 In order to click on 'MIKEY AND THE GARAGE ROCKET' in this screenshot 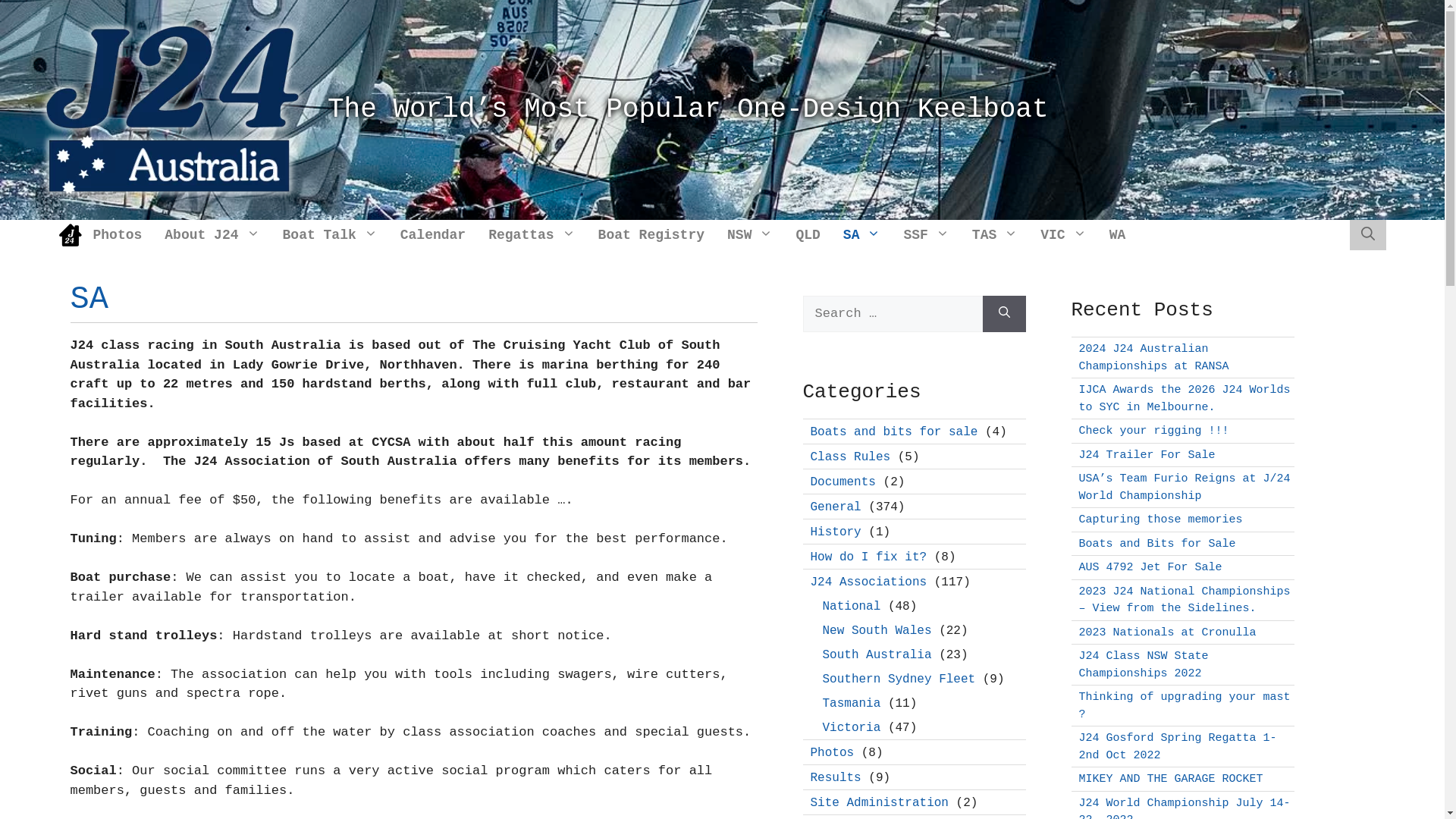, I will do `click(1169, 779)`.